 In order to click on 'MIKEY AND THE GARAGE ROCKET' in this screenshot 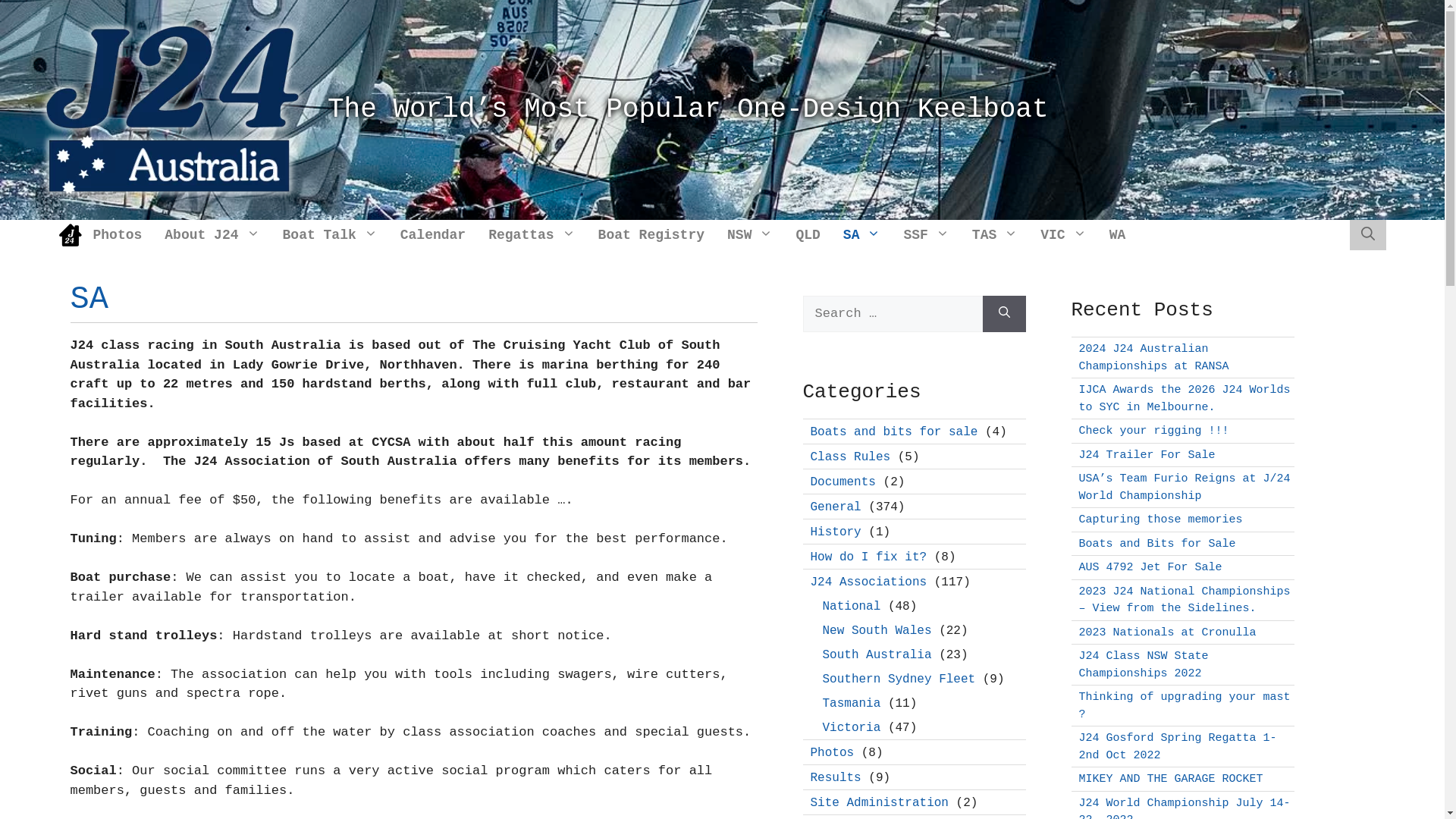, I will do `click(1169, 779)`.